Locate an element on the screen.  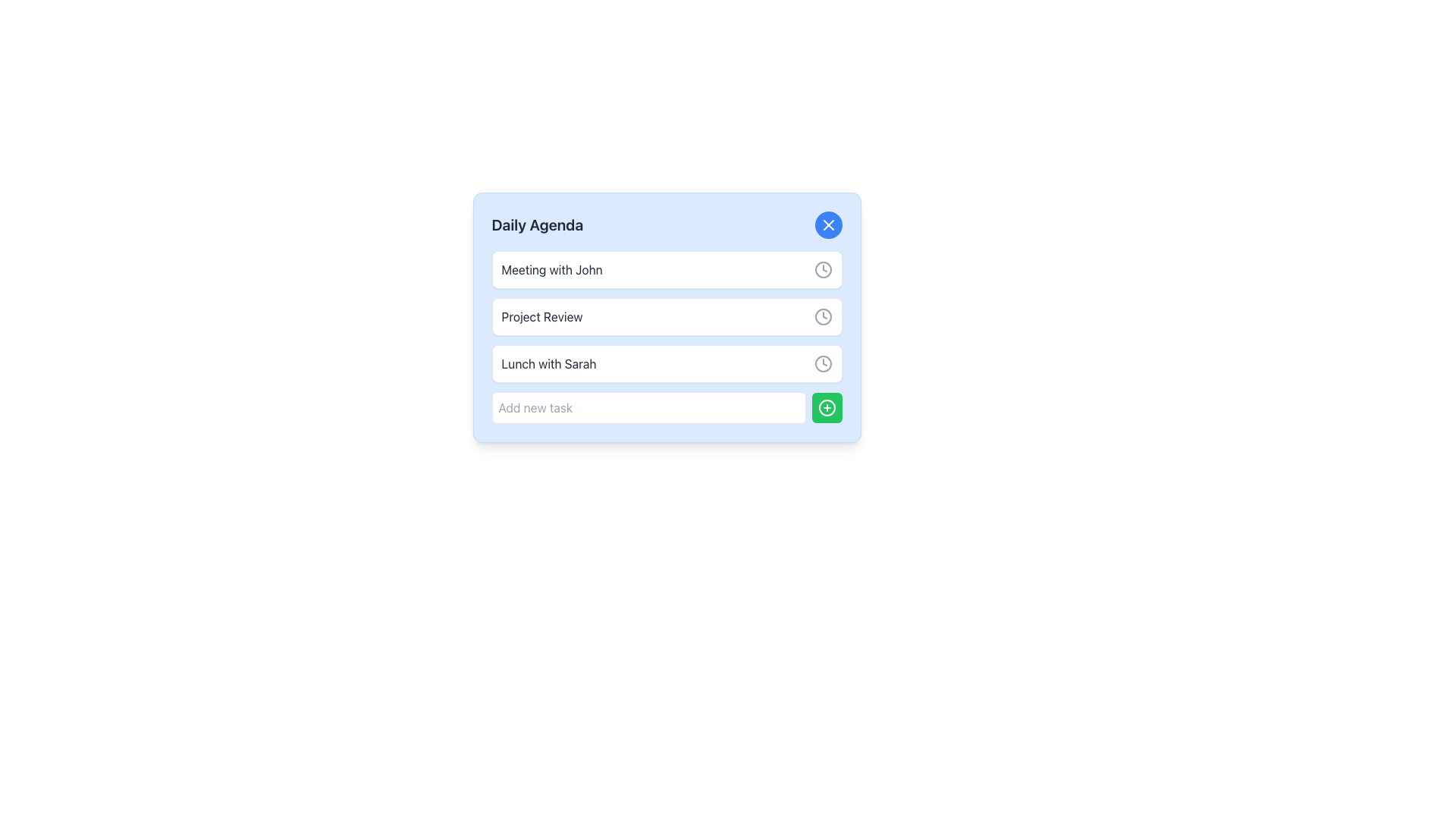
on the 'X' icon located inside the rounded blue button in the top-right corner of the 'Daily Agenda' panel is located at coordinates (827, 225).